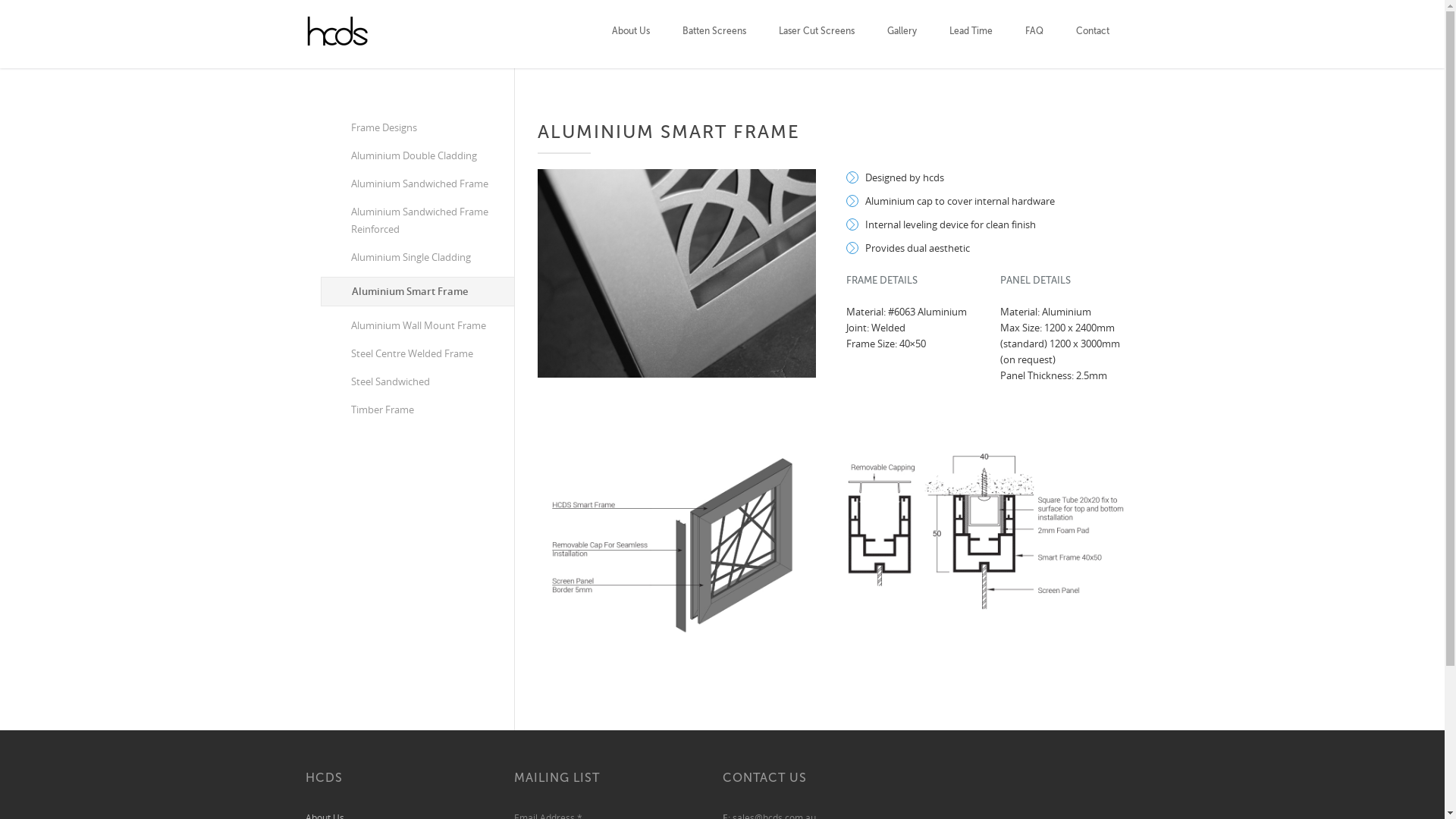  What do you see at coordinates (416, 256) in the screenshot?
I see `'Aluminium Single Cladding'` at bounding box center [416, 256].